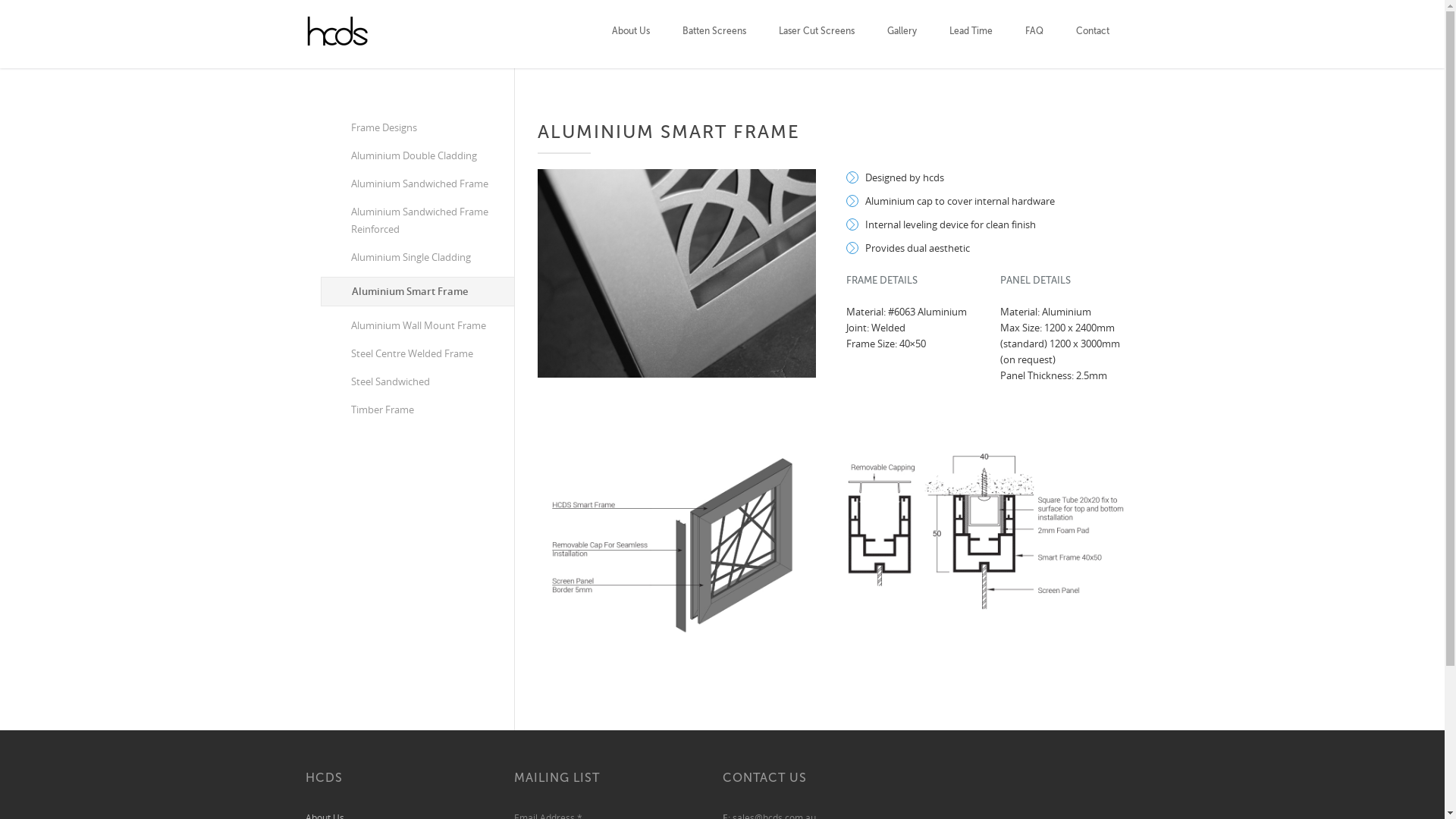  What do you see at coordinates (416, 256) in the screenshot?
I see `'Aluminium Single Cladding'` at bounding box center [416, 256].